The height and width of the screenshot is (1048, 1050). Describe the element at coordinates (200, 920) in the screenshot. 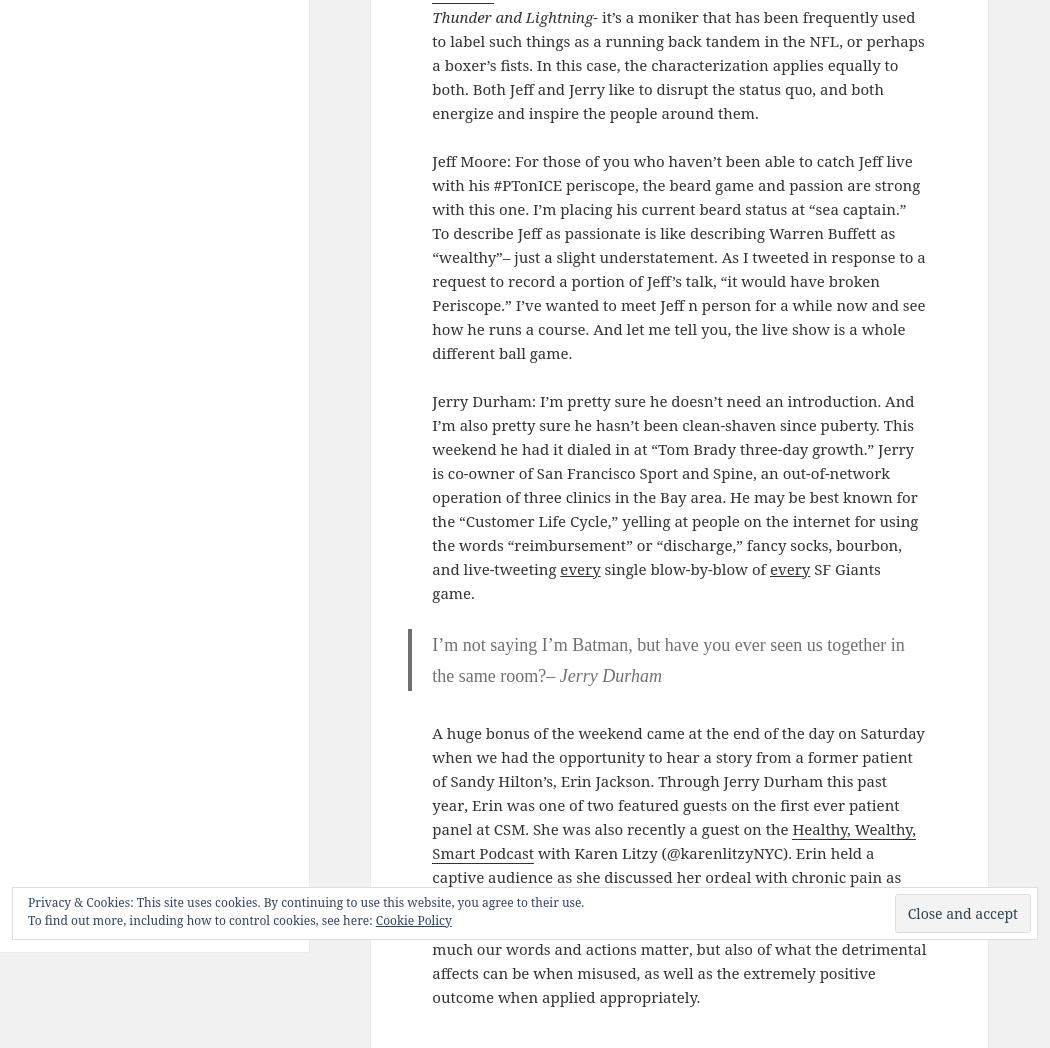

I see `'To find out more, including how to control cookies, see here:'` at that location.